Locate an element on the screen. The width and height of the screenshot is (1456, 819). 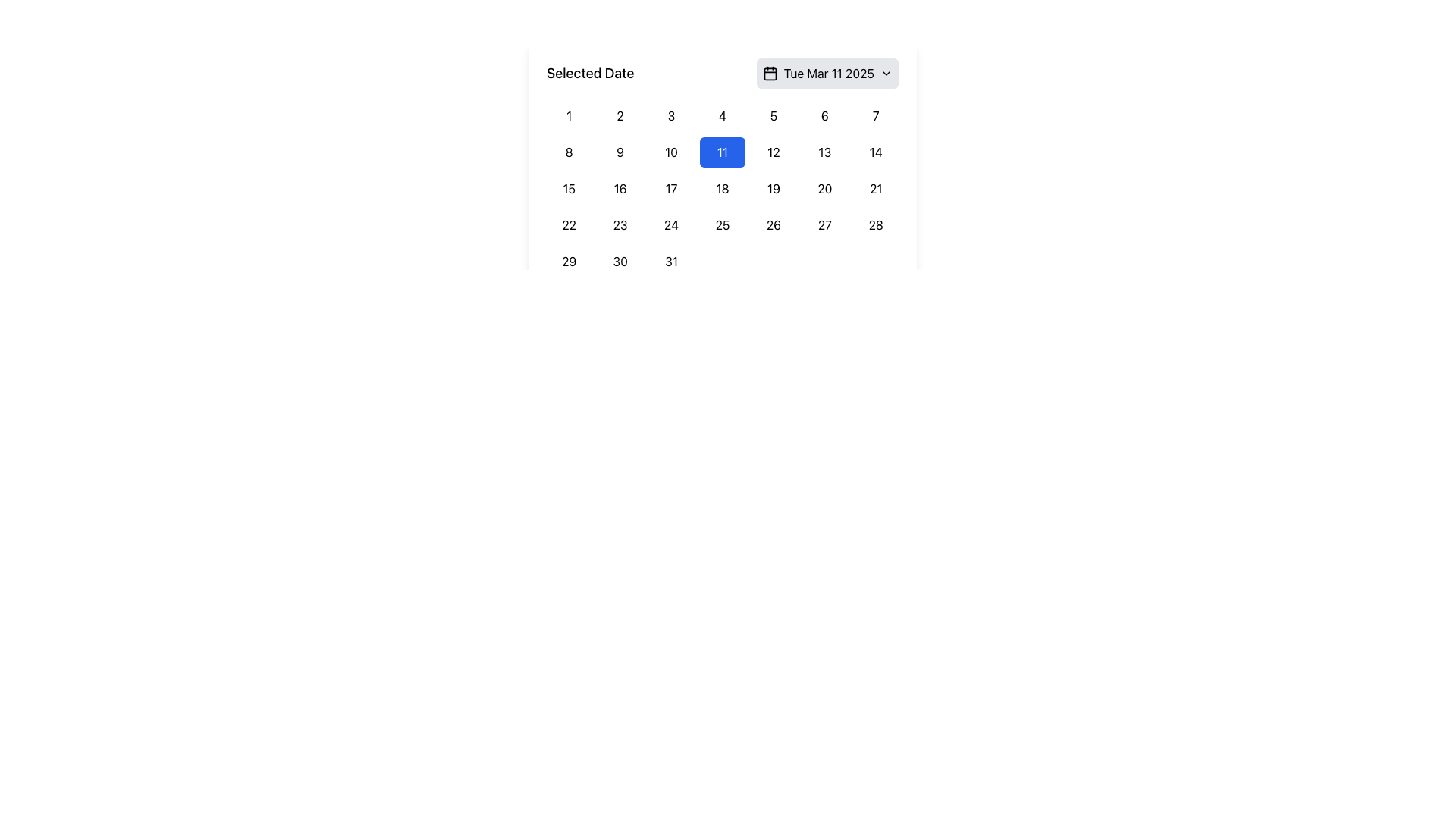
the selectable day button in the calendar grid located in the second row and seventh column is located at coordinates (876, 152).